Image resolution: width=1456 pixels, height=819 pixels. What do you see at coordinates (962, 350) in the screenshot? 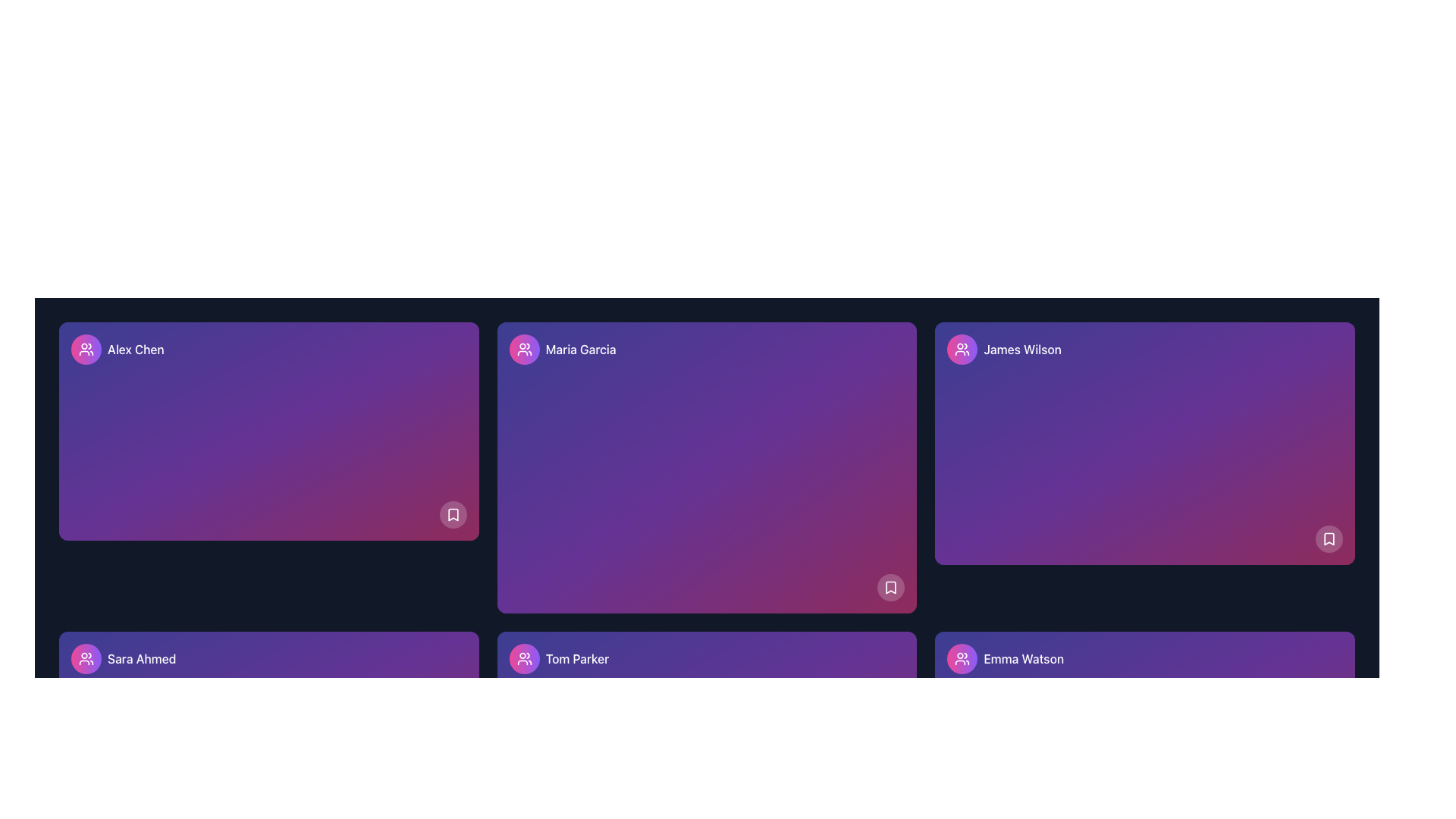
I see `the decorative and informative icon associated with the 'James Wilson' card located in the upper-left corner of the card` at bounding box center [962, 350].